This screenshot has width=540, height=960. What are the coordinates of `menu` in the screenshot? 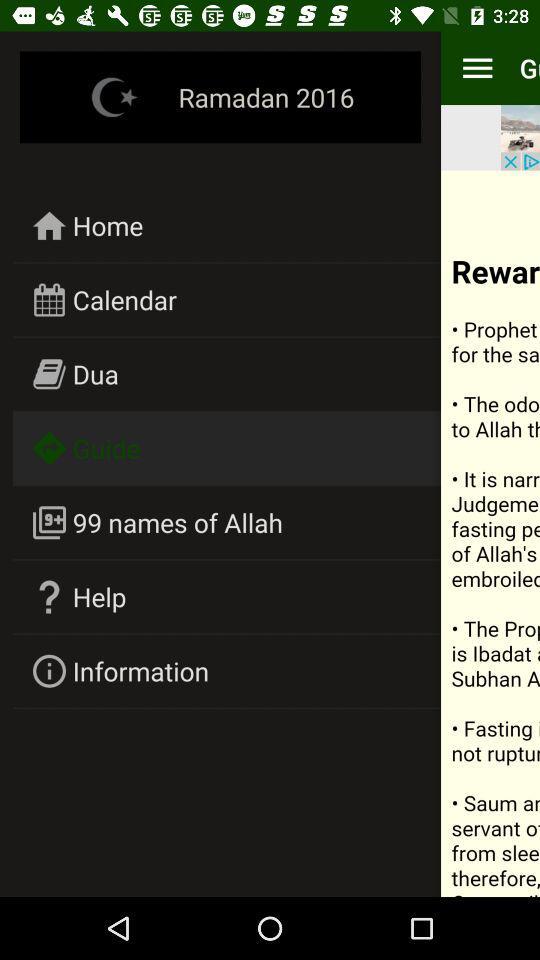 It's located at (476, 68).